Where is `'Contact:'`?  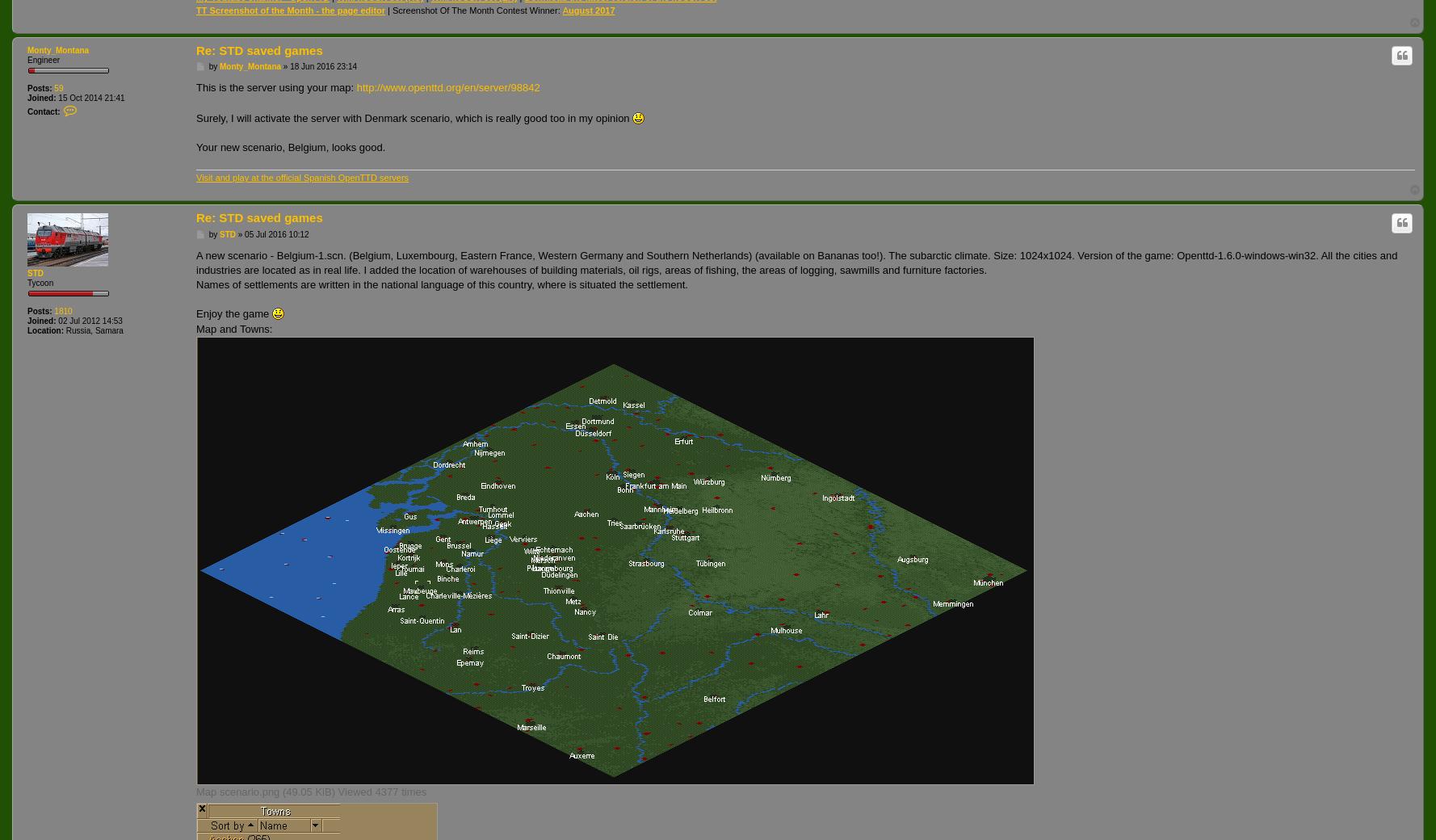
'Contact:' is located at coordinates (27, 111).